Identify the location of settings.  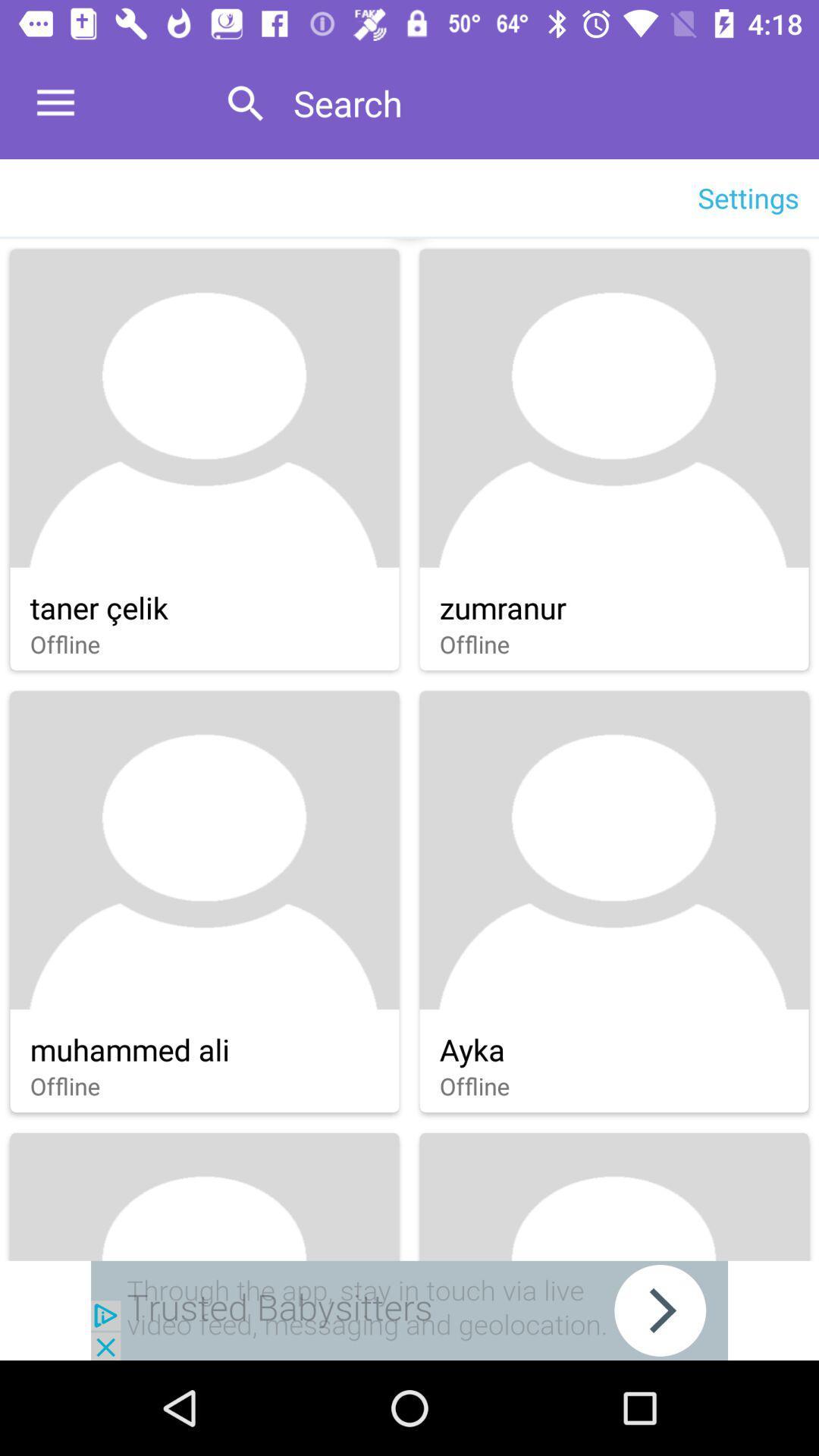
(748, 196).